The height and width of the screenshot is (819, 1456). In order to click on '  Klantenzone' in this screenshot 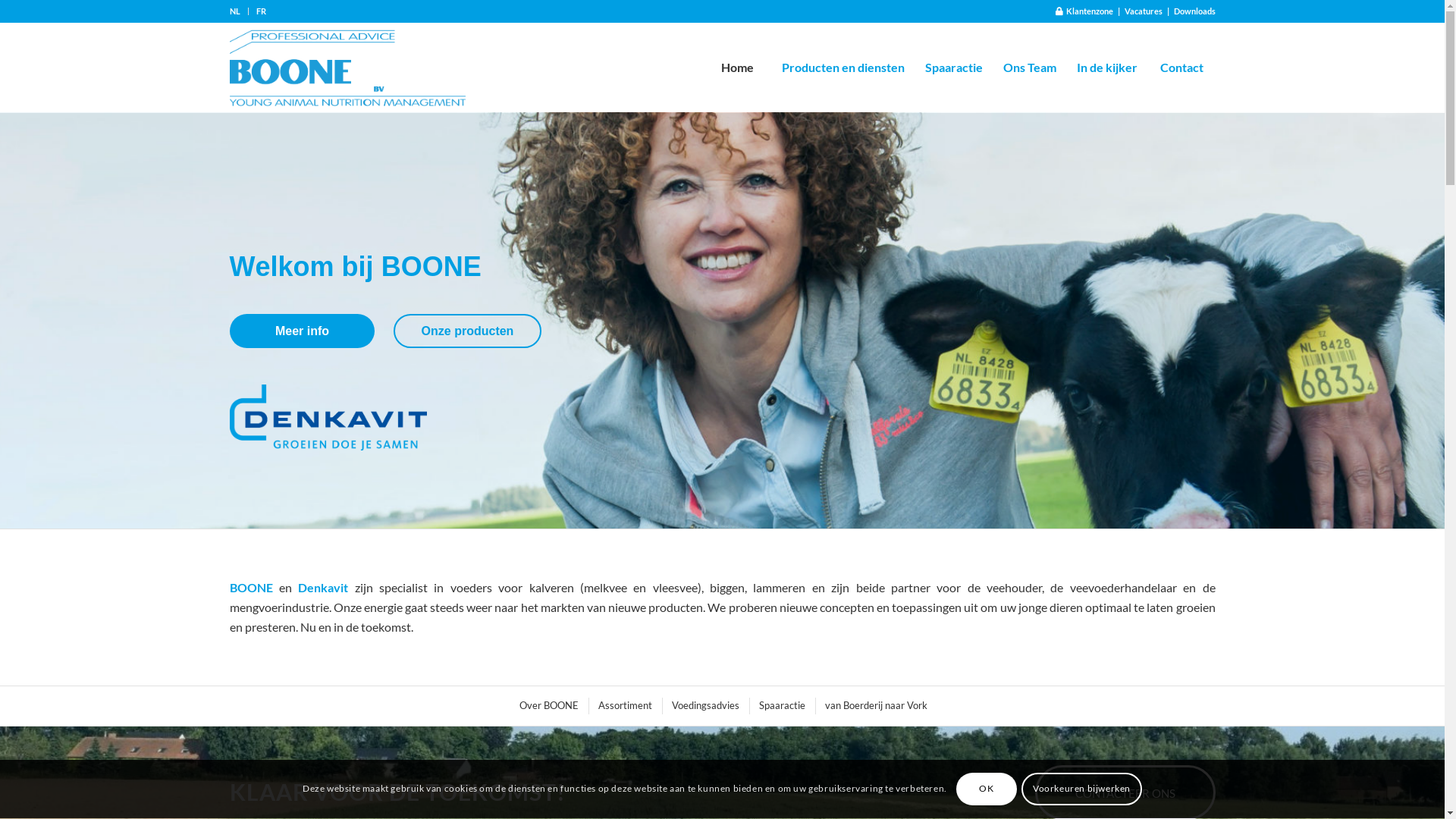, I will do `click(1055, 11)`.